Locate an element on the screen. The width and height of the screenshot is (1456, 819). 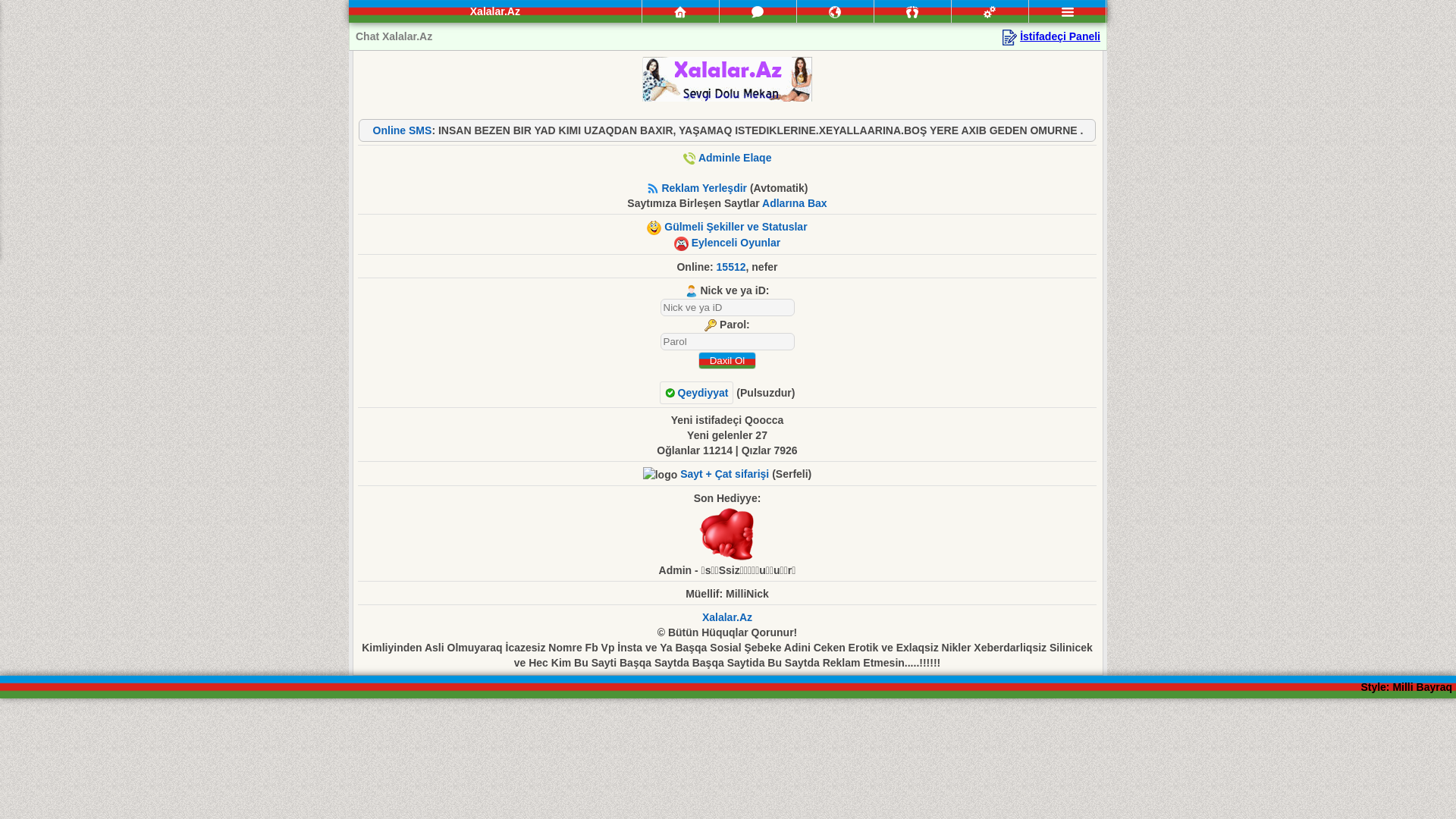
'Mesajlar' is located at coordinates (758, 11).